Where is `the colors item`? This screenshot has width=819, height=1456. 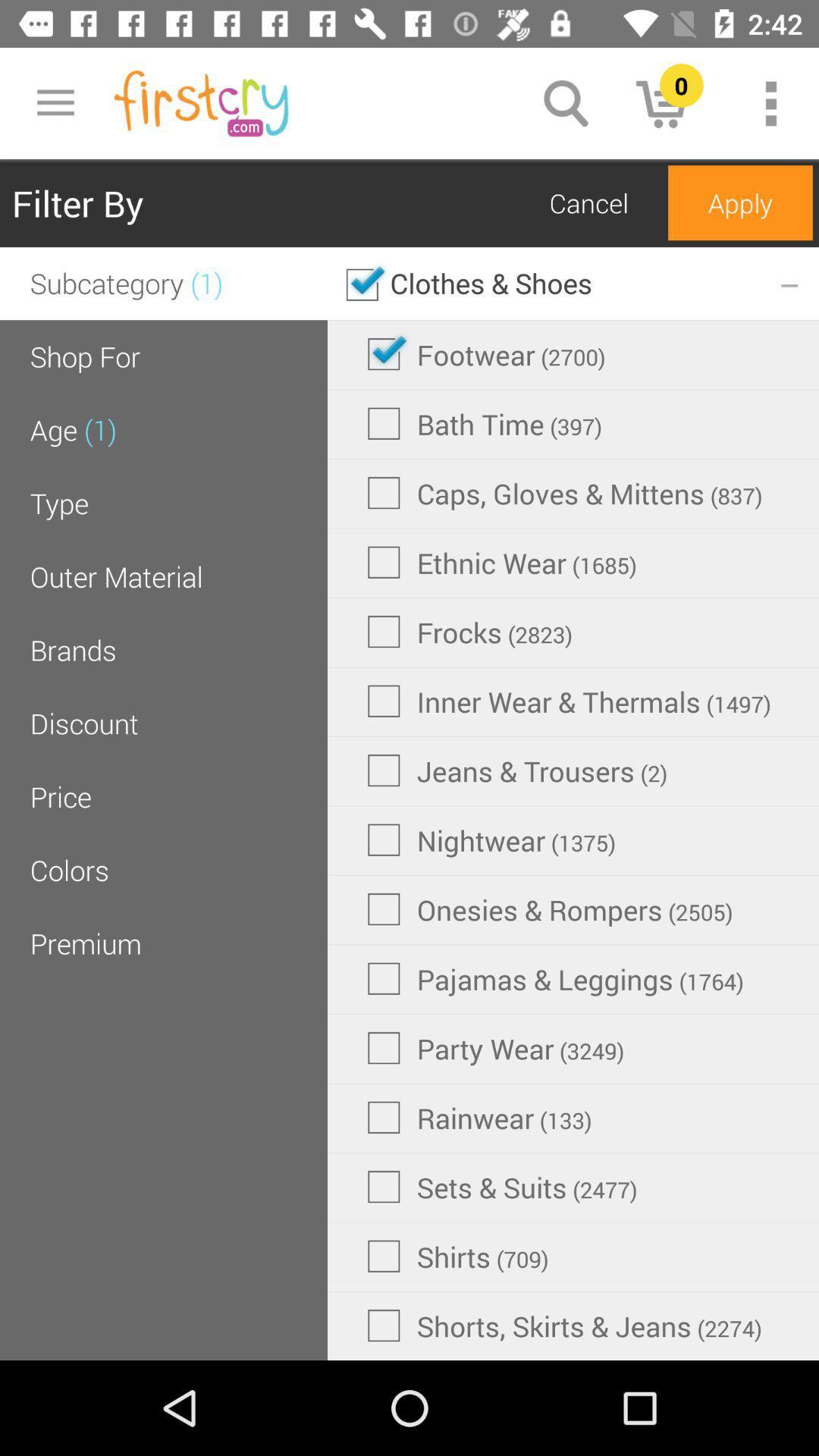 the colors item is located at coordinates (69, 870).